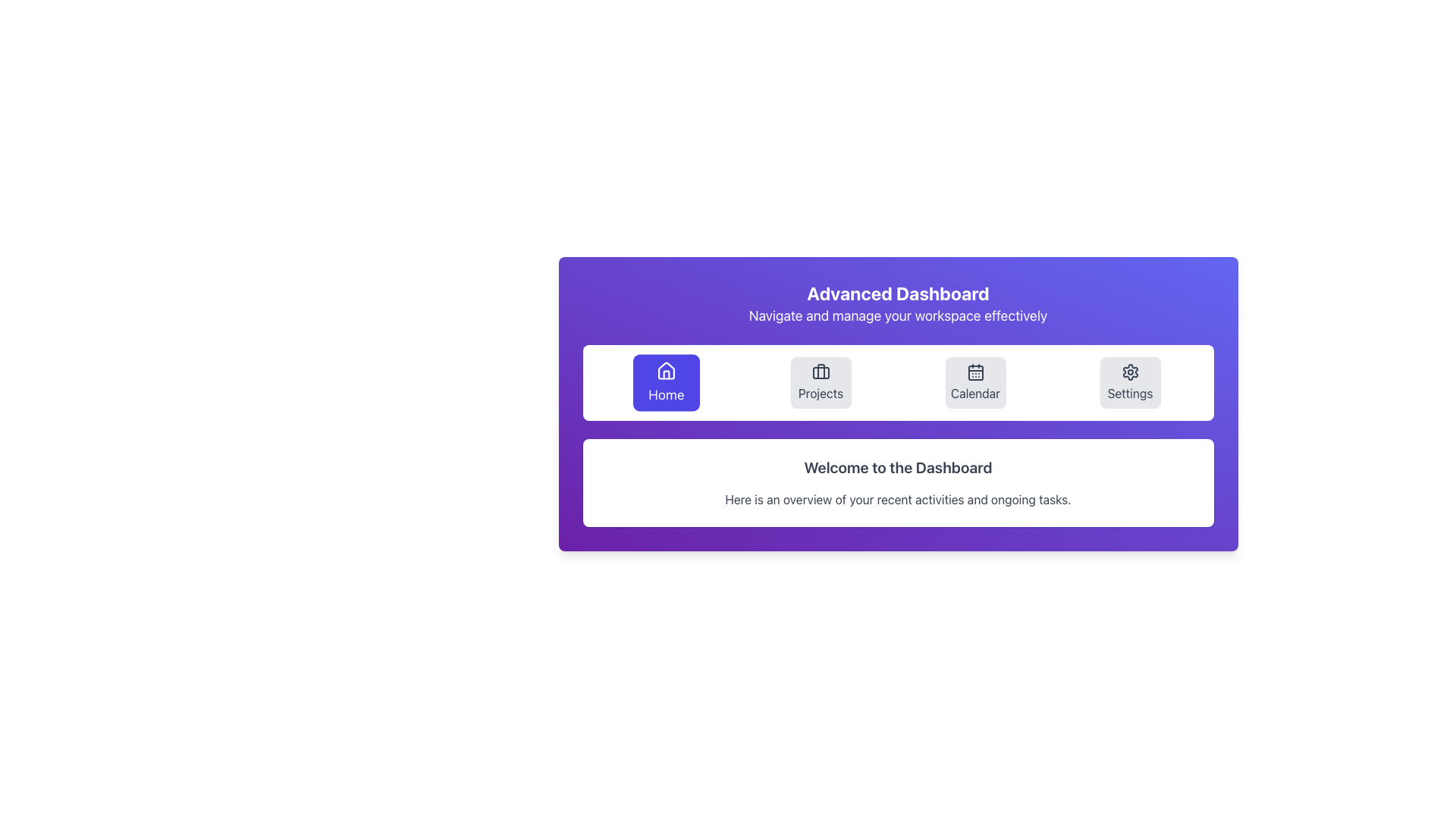 This screenshot has height=819, width=1456. Describe the element at coordinates (898, 293) in the screenshot. I see `the Header Text labeled 'Advanced Dashboard', which is bold and prominently displayed at the top of the content area on a purple background` at that location.